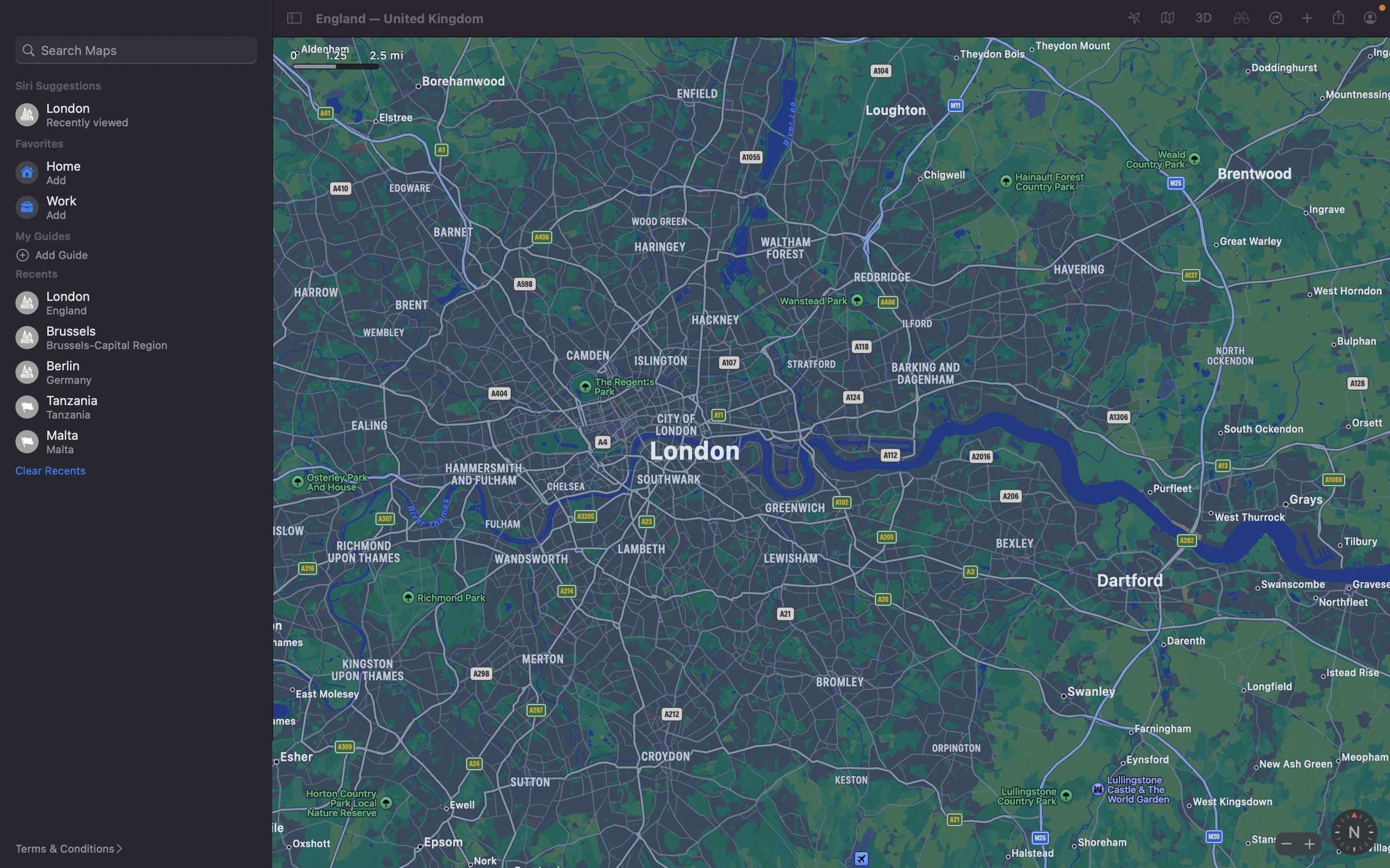 Image resolution: width=1390 pixels, height=868 pixels. I want to click on Indicate your existing location on the map, so click(1134, 18).